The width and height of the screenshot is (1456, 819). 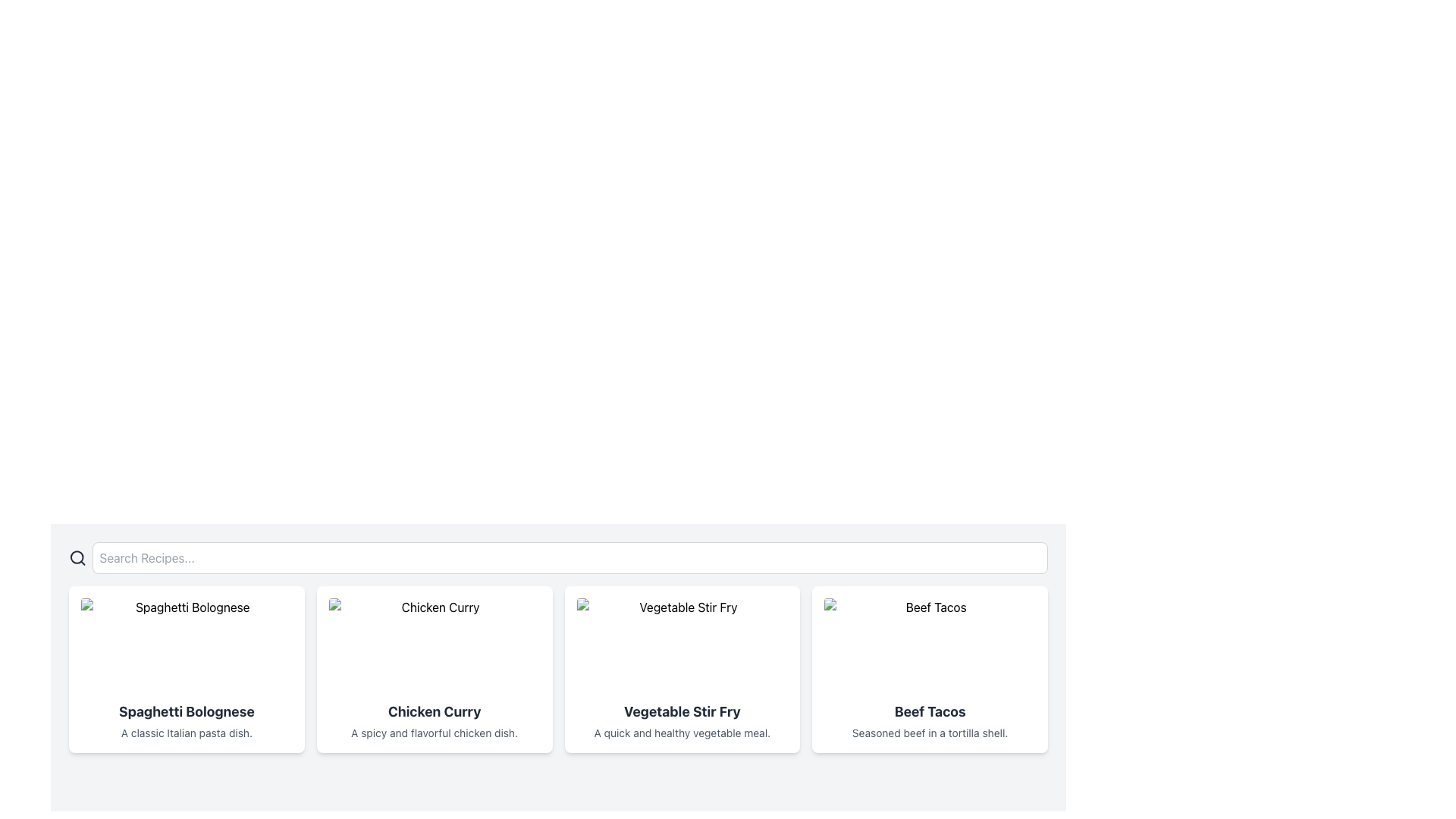 What do you see at coordinates (681, 733) in the screenshot?
I see `the static text displaying 'A quick and healthy vegetable meal.' located at the bottom-center of the card layout under the title 'Vegetable Stir Fry'` at bounding box center [681, 733].